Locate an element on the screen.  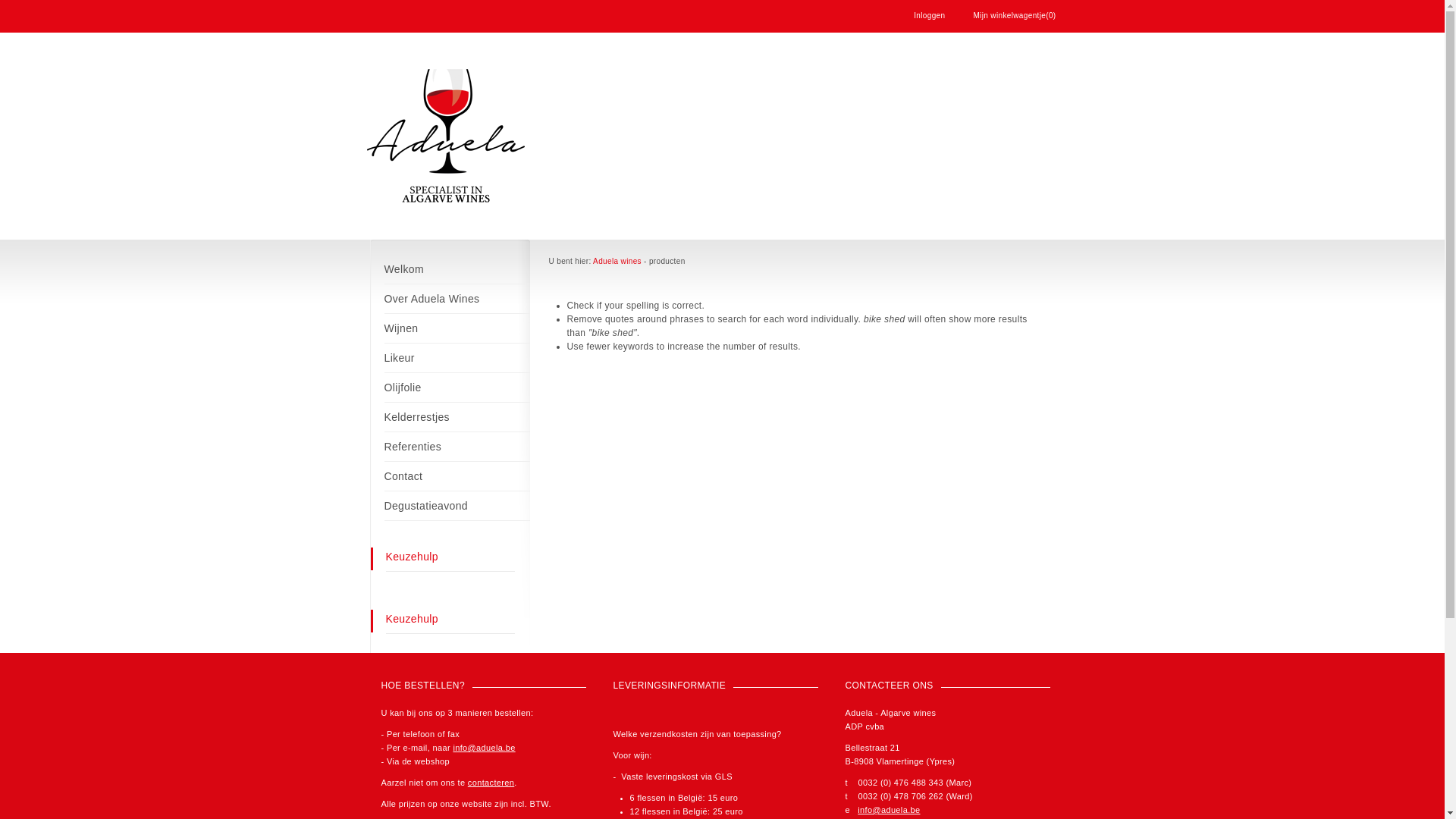
'info@aduela.be' is located at coordinates (483, 747).